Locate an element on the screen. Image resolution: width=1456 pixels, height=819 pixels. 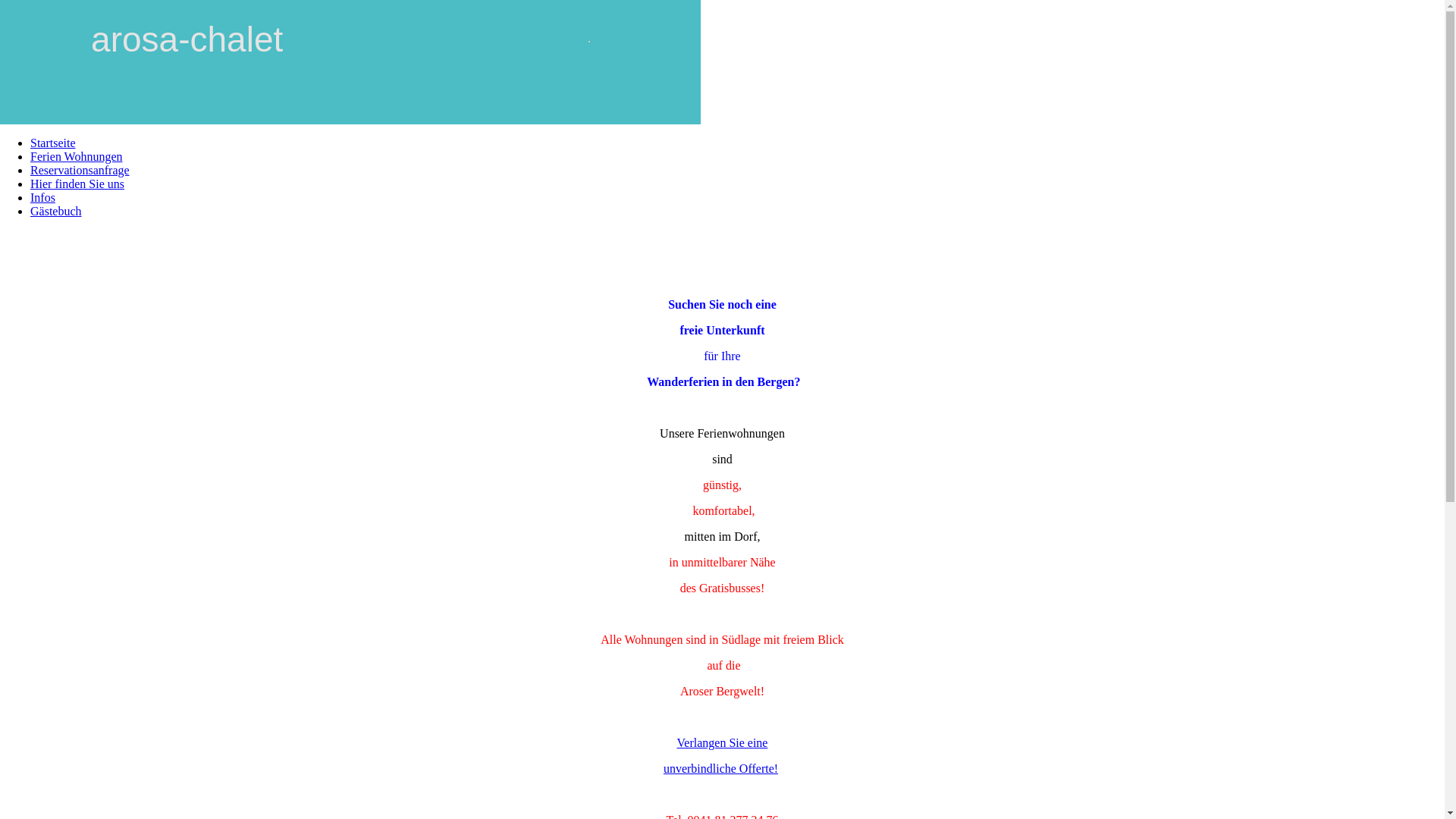
'Infos' is located at coordinates (42, 196).